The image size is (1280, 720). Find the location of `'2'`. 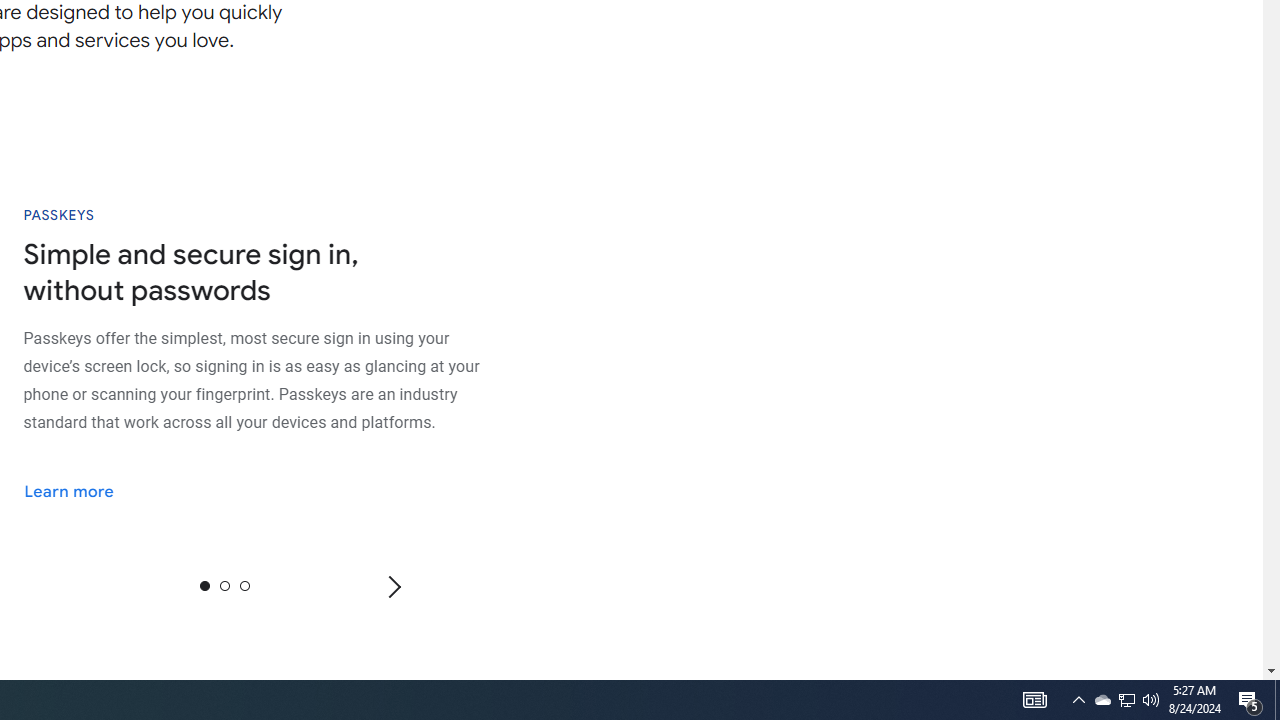

'2' is located at coordinates (242, 585).